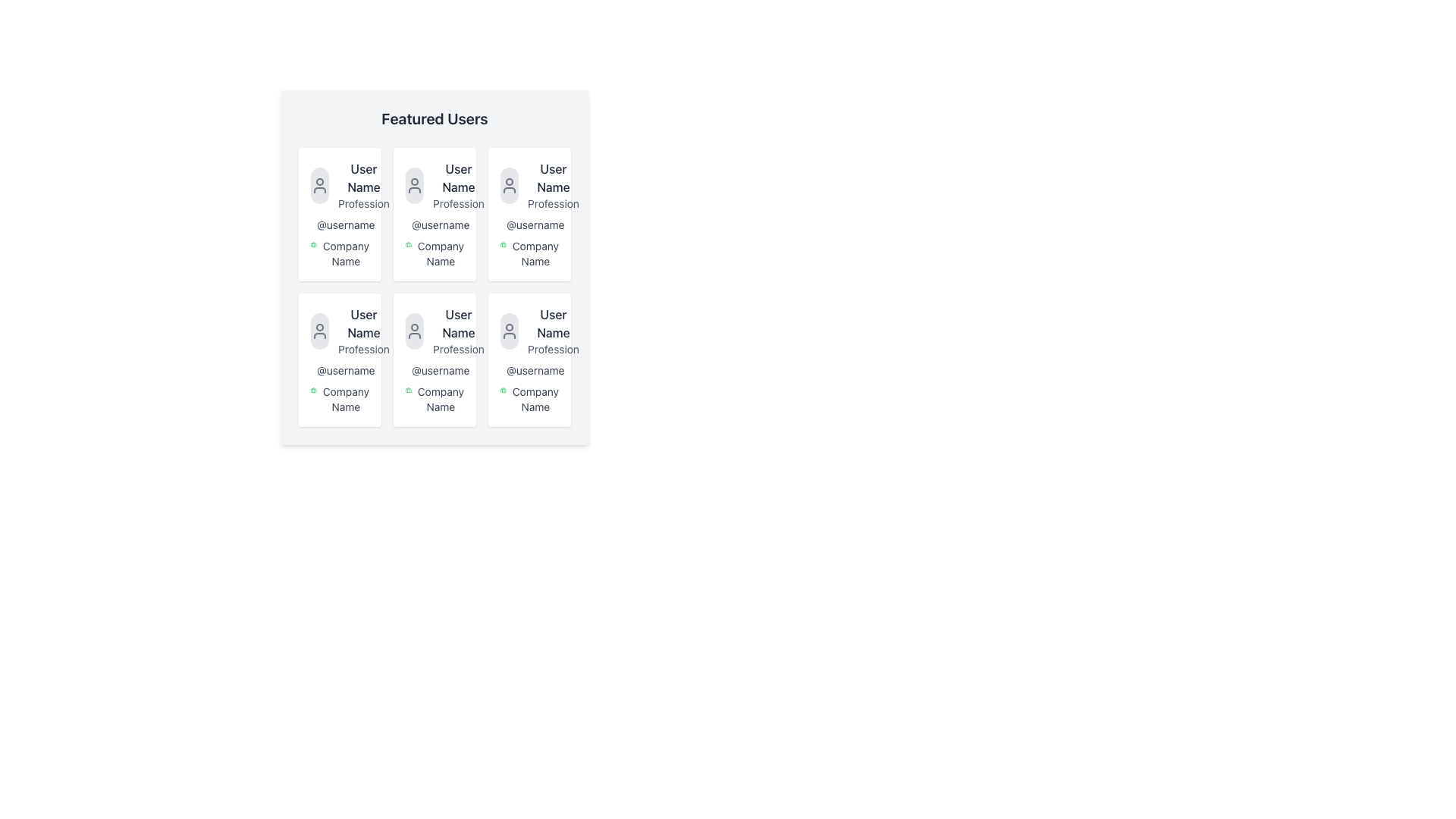 This screenshot has height=819, width=1456. I want to click on on the text block displaying 'User Name' and 'Profession' in the first user profile card of the top-left corner in the 2x3 grid, so click(364, 185).